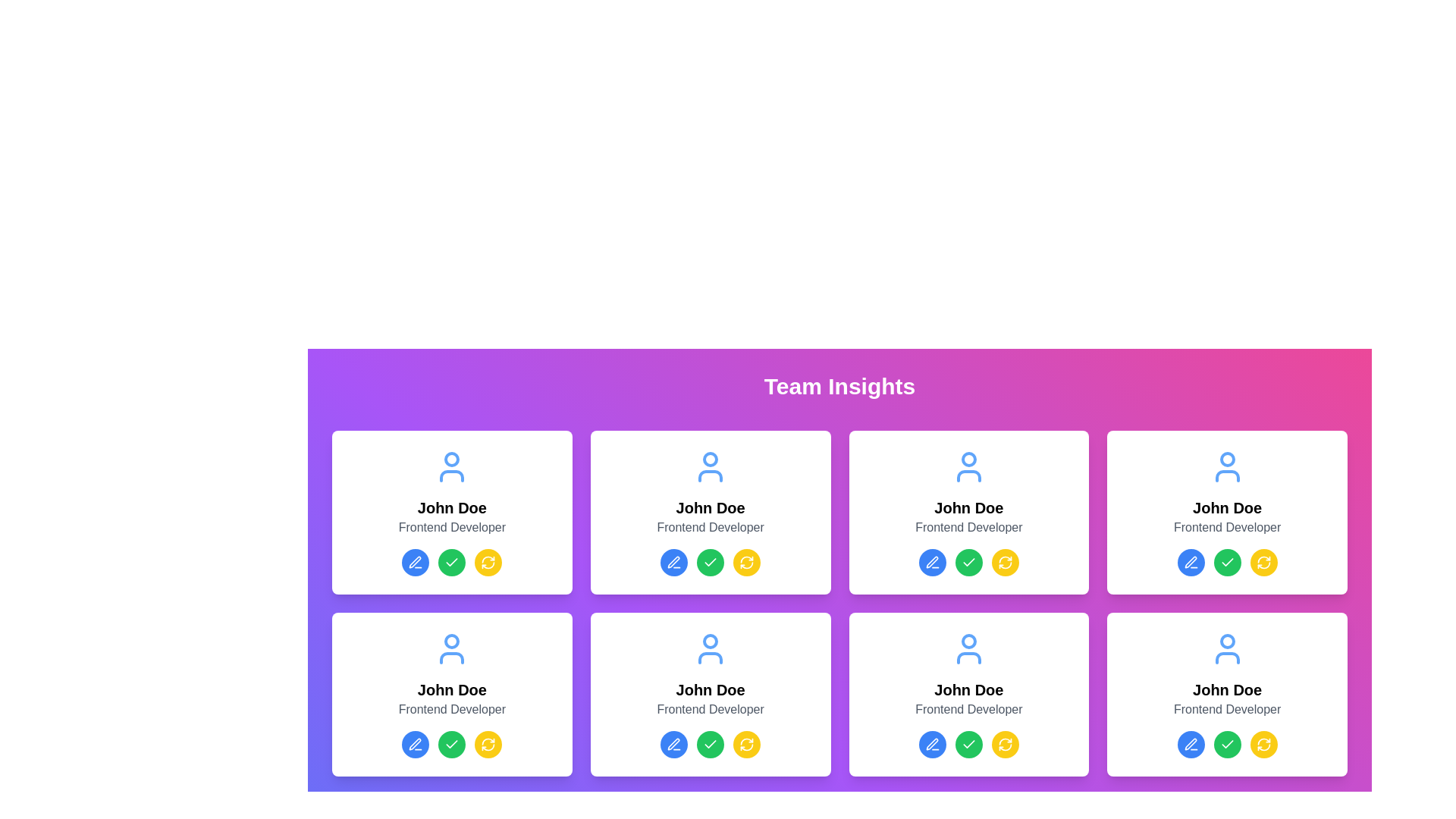  Describe the element at coordinates (451, 562) in the screenshot. I see `the success indicator icon located inside the card in the second row, first column of the layout grid to confirm the selection` at that location.